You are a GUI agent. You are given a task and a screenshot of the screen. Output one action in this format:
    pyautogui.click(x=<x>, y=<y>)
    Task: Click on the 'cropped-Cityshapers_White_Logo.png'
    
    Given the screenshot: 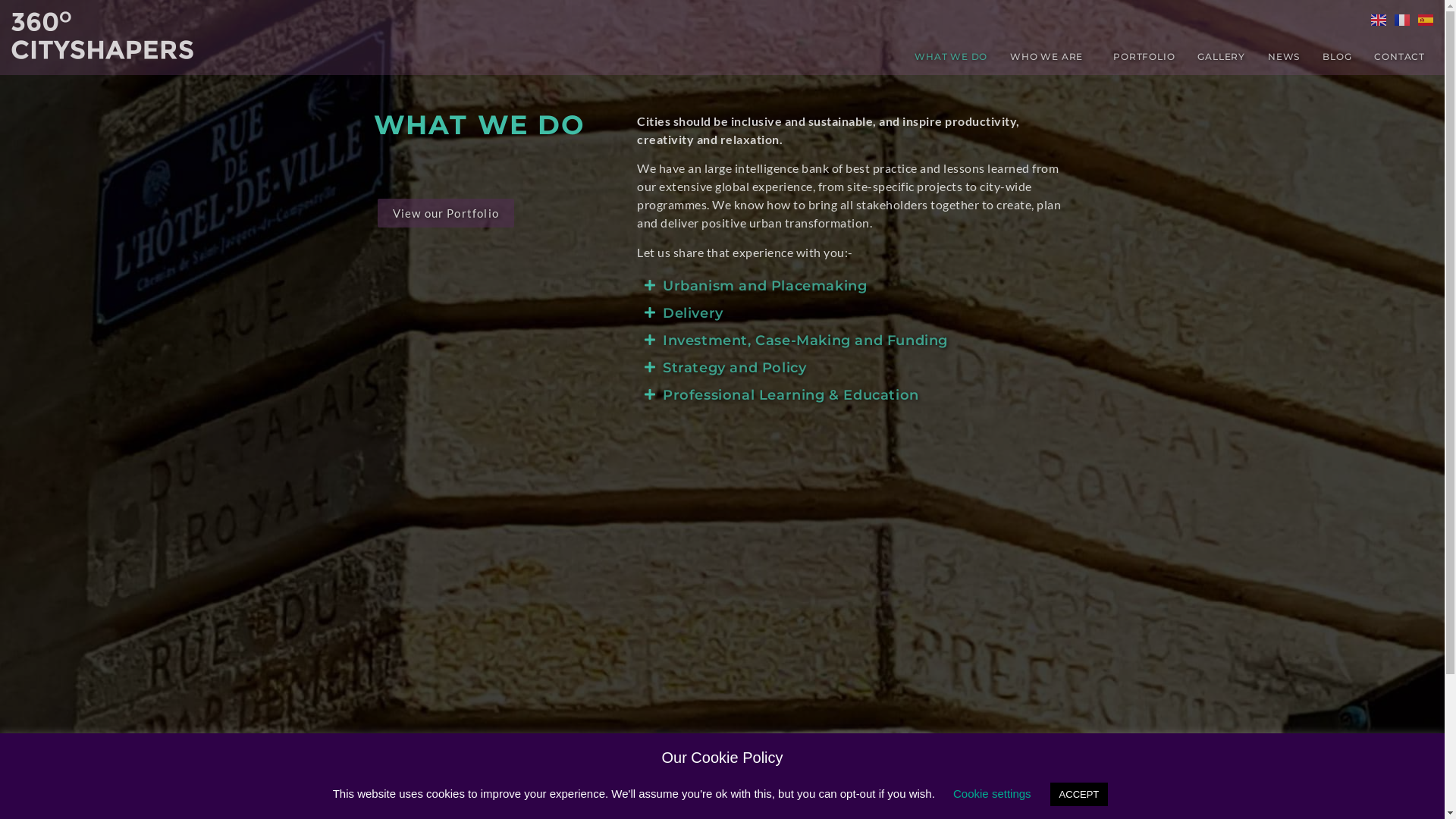 What is the action you would take?
    pyautogui.click(x=101, y=34)
    